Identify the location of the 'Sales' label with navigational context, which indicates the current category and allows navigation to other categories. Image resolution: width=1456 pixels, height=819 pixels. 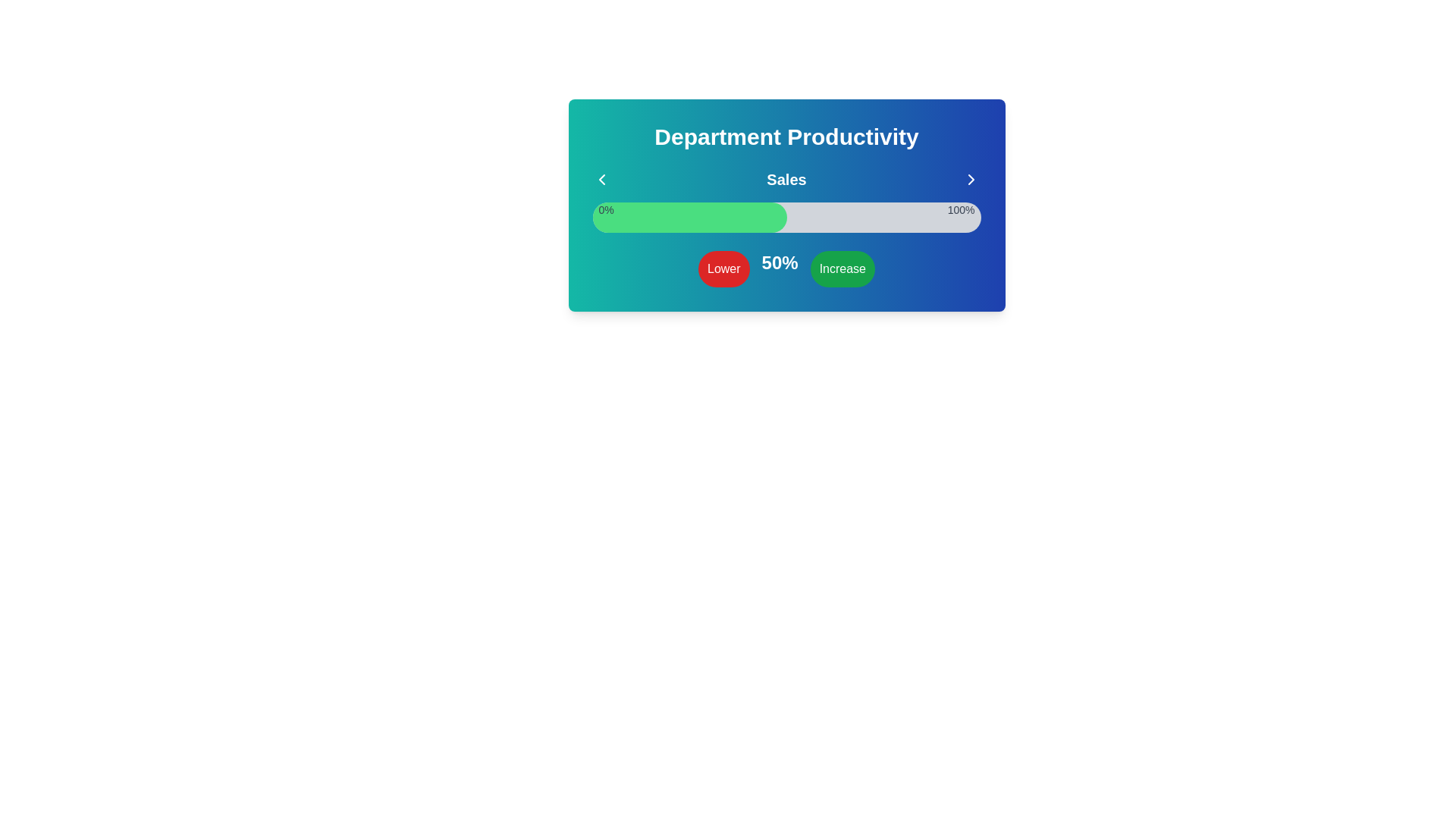
(786, 178).